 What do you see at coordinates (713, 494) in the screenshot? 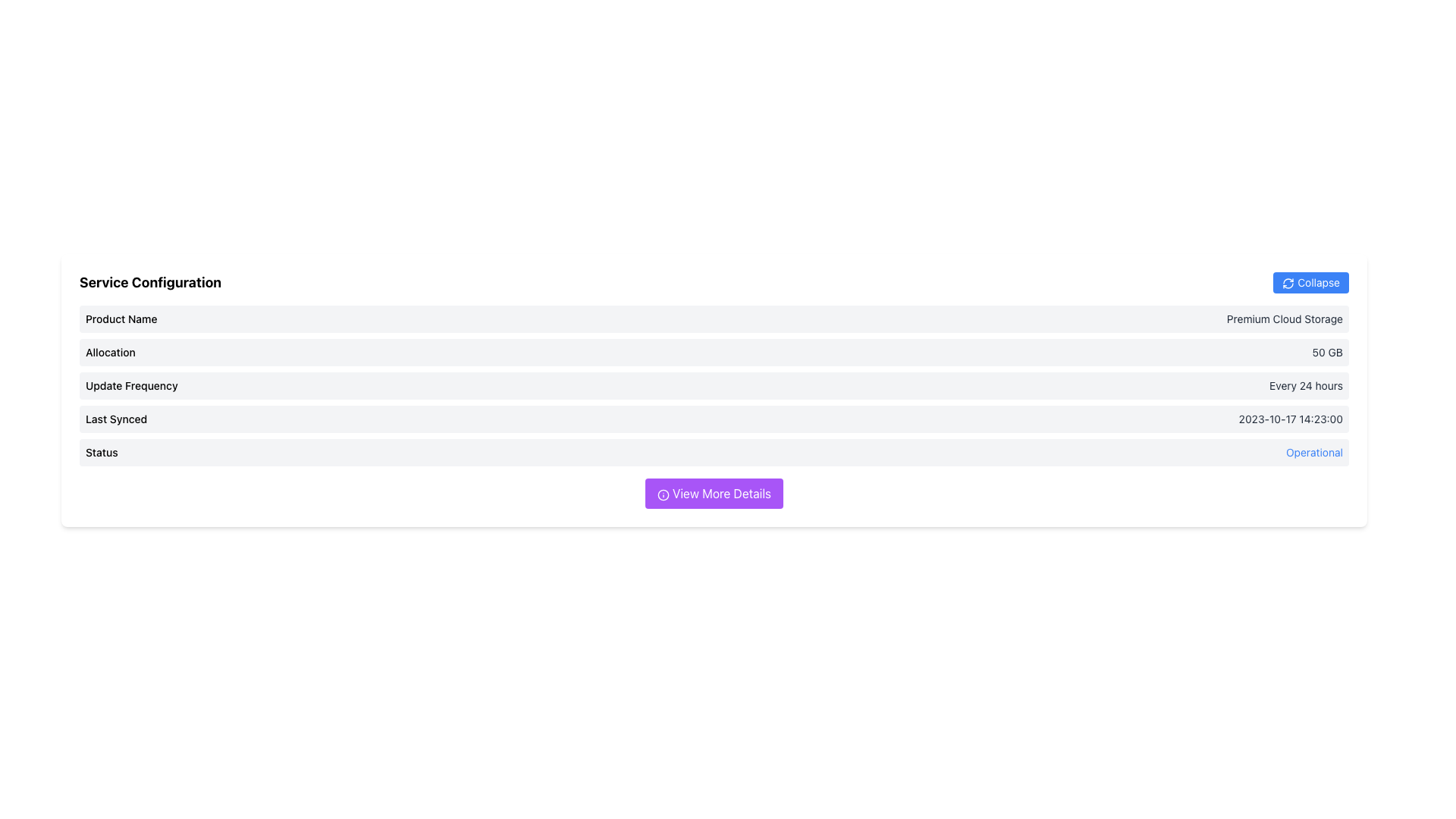
I see `the purple button labeled 'View More Details' with a rounded edge located at the bottom-center of the 'Service Configuration' section` at bounding box center [713, 494].